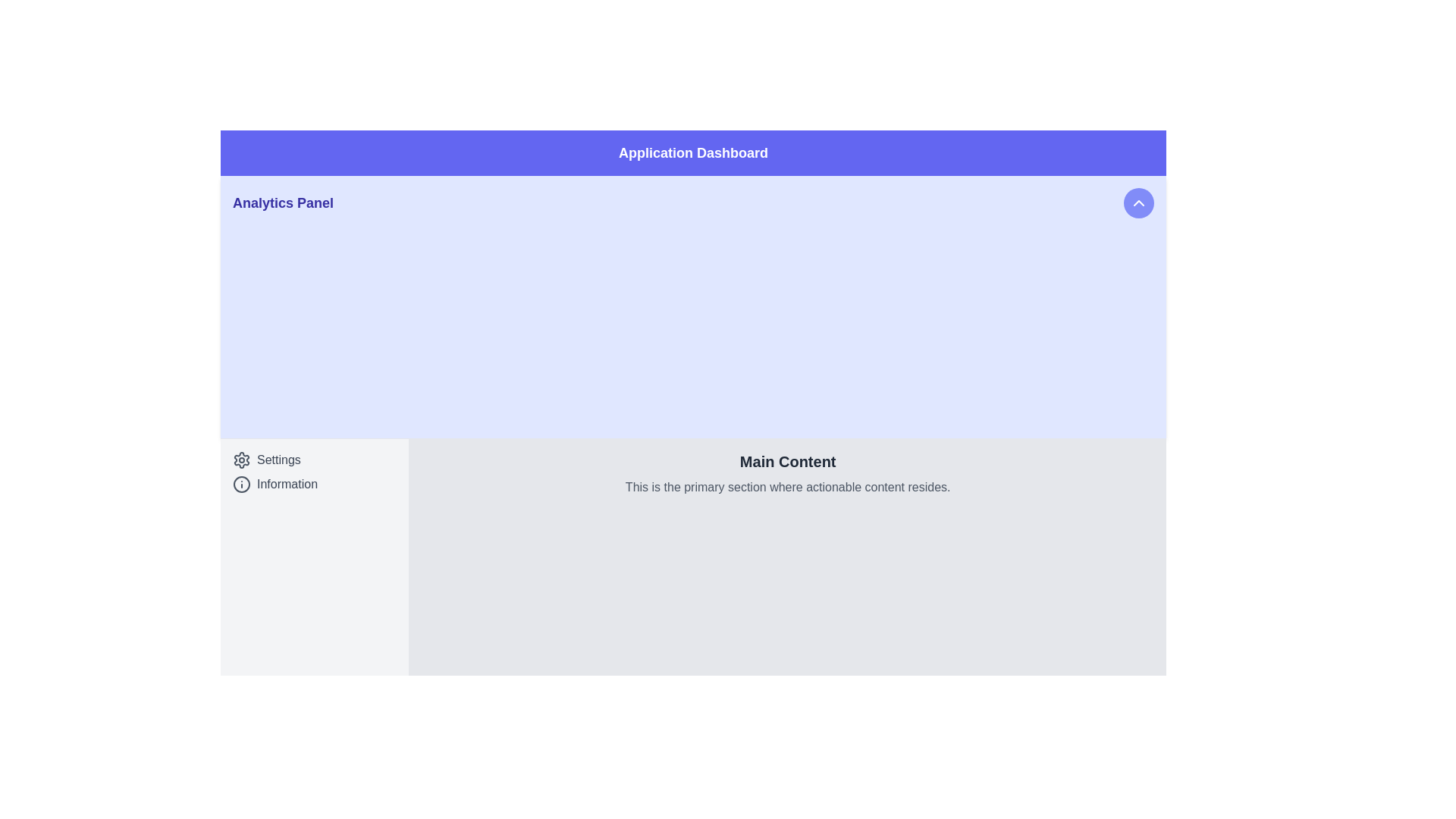 The image size is (1456, 819). Describe the element at coordinates (240, 458) in the screenshot. I see `the gear-like icon` at that location.